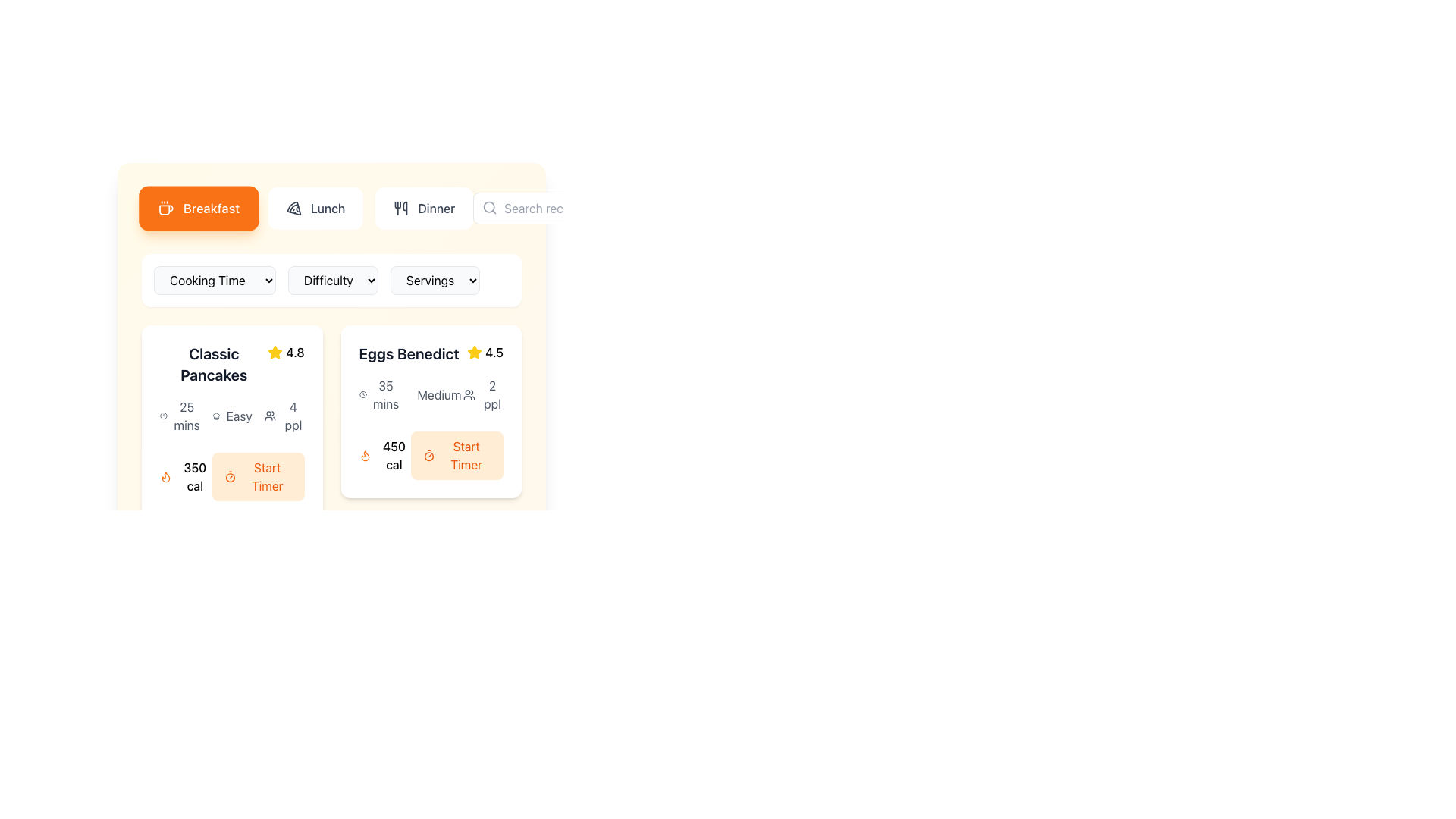 The height and width of the screenshot is (819, 1456). What do you see at coordinates (293, 416) in the screenshot?
I see `the text label displaying '4 ppl' which is located under the section for 'Classic Pancakes' to associate with recipe details` at bounding box center [293, 416].